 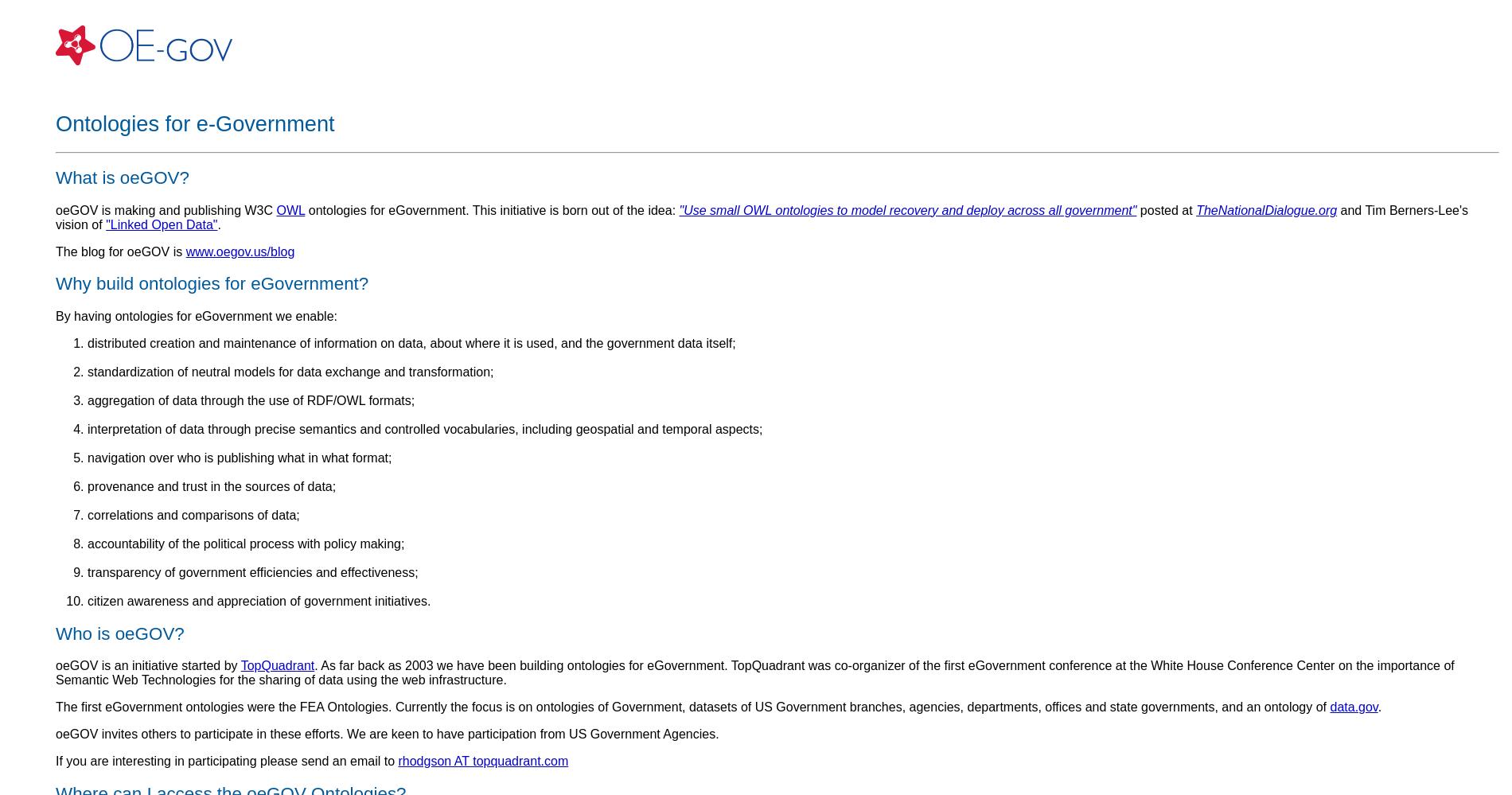 I want to click on 'The first eGovernment ontologies were the FEA Ontologies. 
Currently the focus is on ontologies of Government, datasets of US Government branches, agencies, departments, offices and state governments, and an ontology of', so click(x=692, y=707).